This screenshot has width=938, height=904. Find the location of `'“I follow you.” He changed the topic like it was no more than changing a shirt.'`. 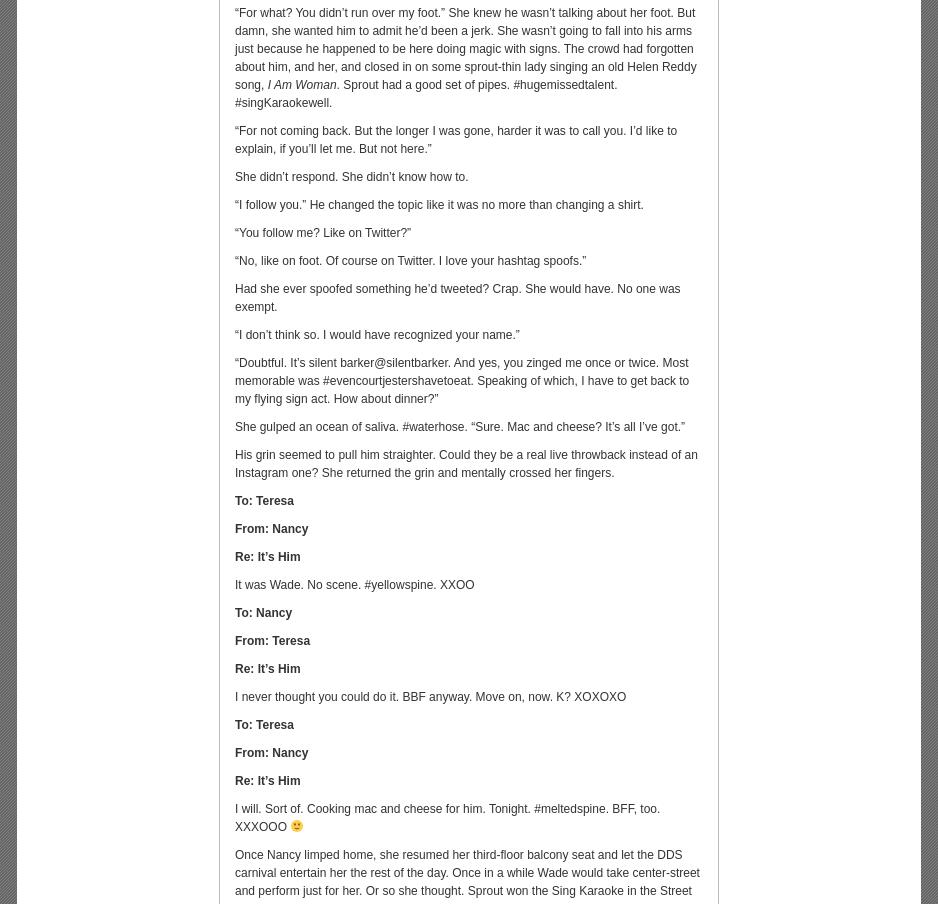

'“I follow you.” He changed the topic like it was no more than changing a shirt.' is located at coordinates (437, 205).